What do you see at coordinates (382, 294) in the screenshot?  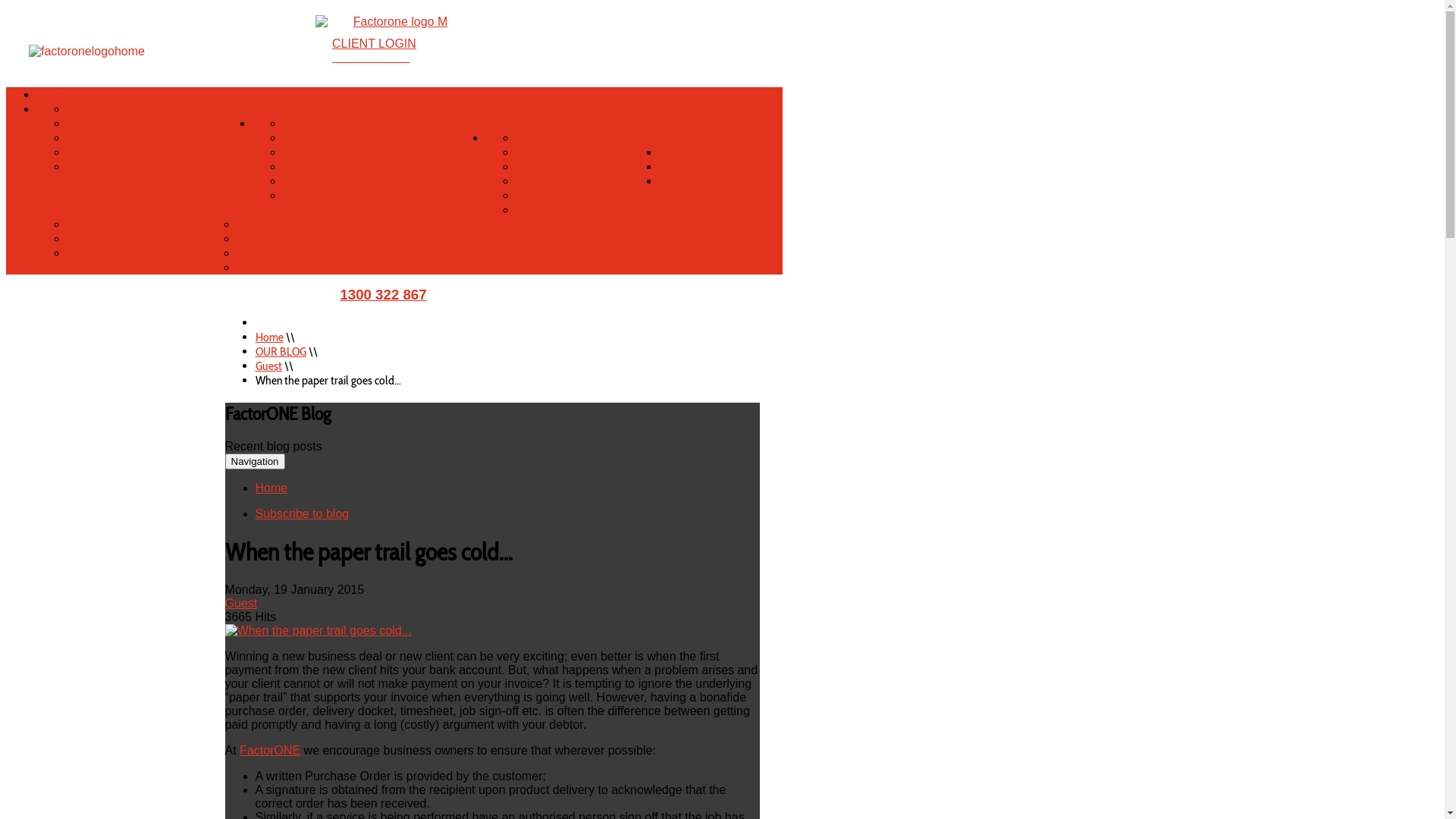 I see `'1300 322 867'` at bounding box center [382, 294].